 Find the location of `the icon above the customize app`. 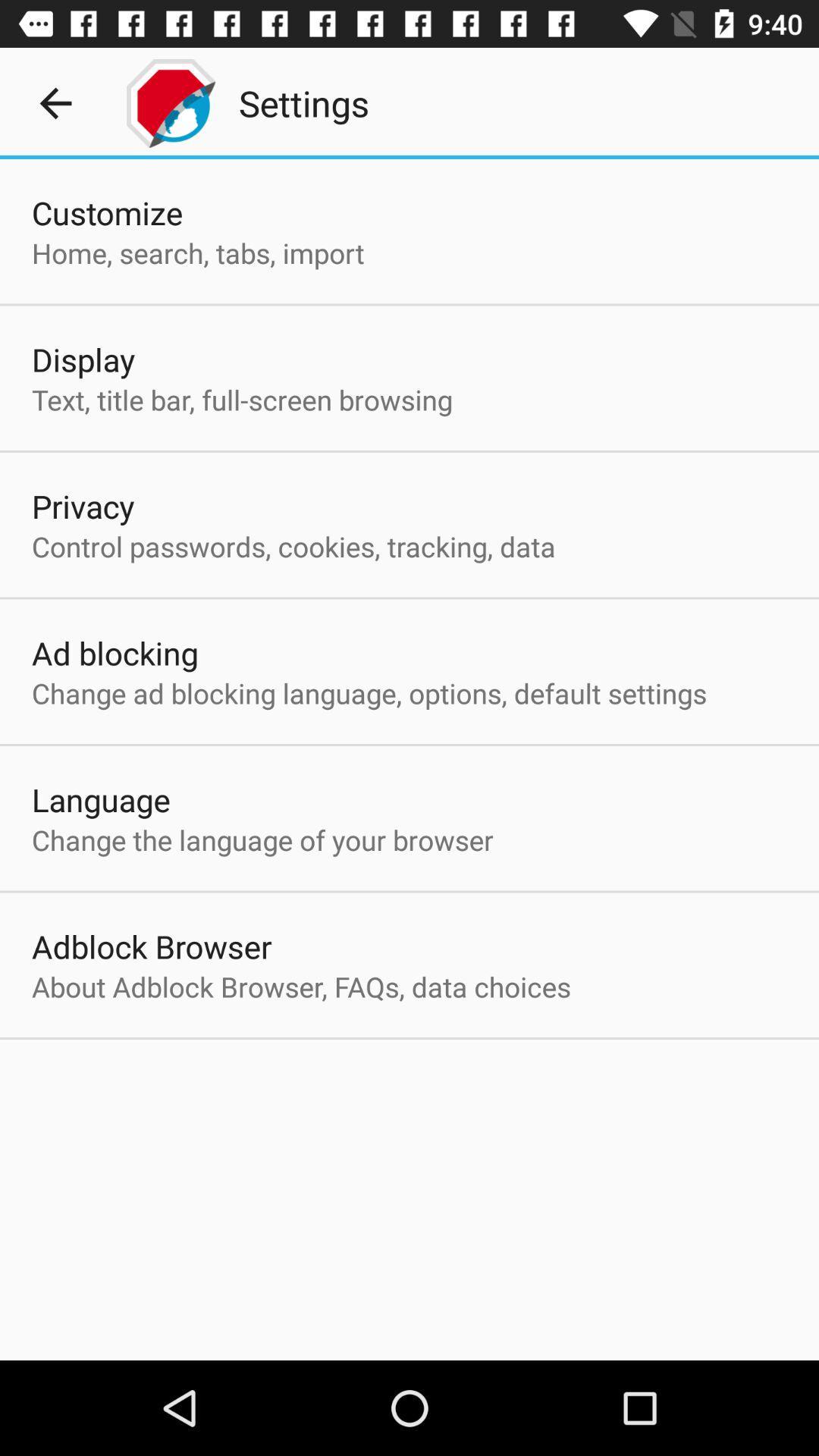

the icon above the customize app is located at coordinates (55, 102).